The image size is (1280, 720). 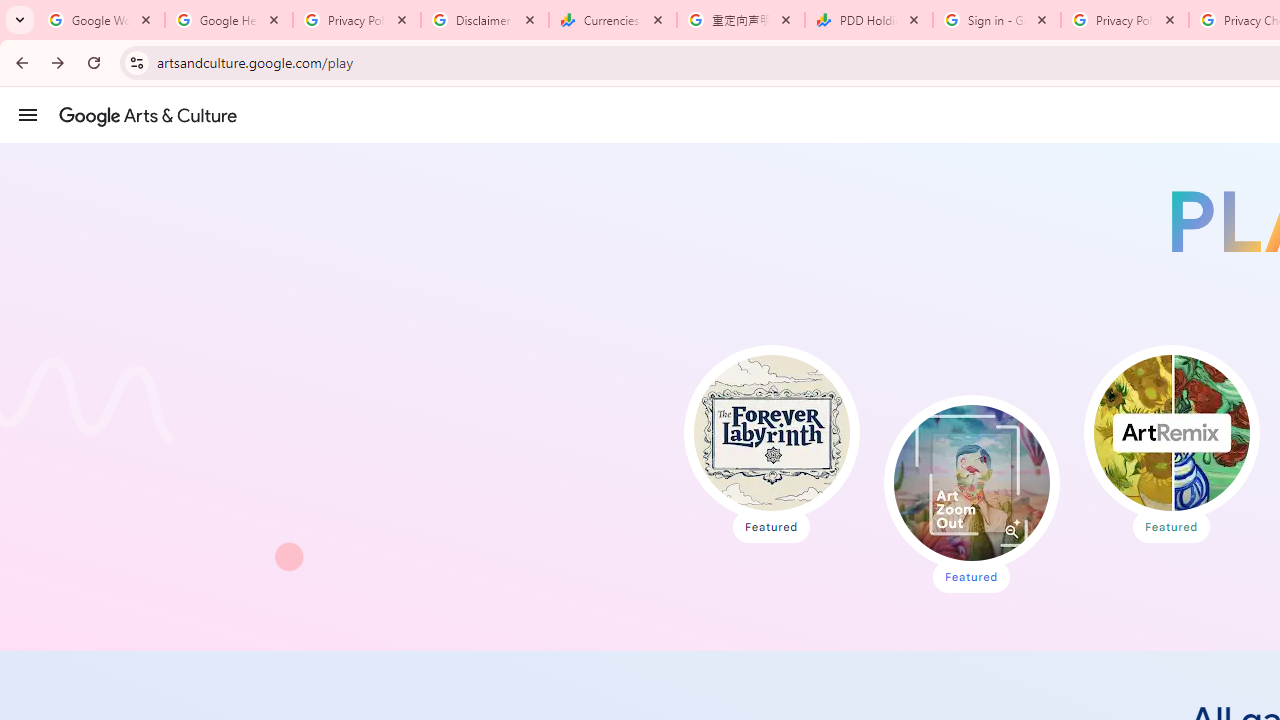 I want to click on 'Sign in - Google Accounts', so click(x=997, y=20).